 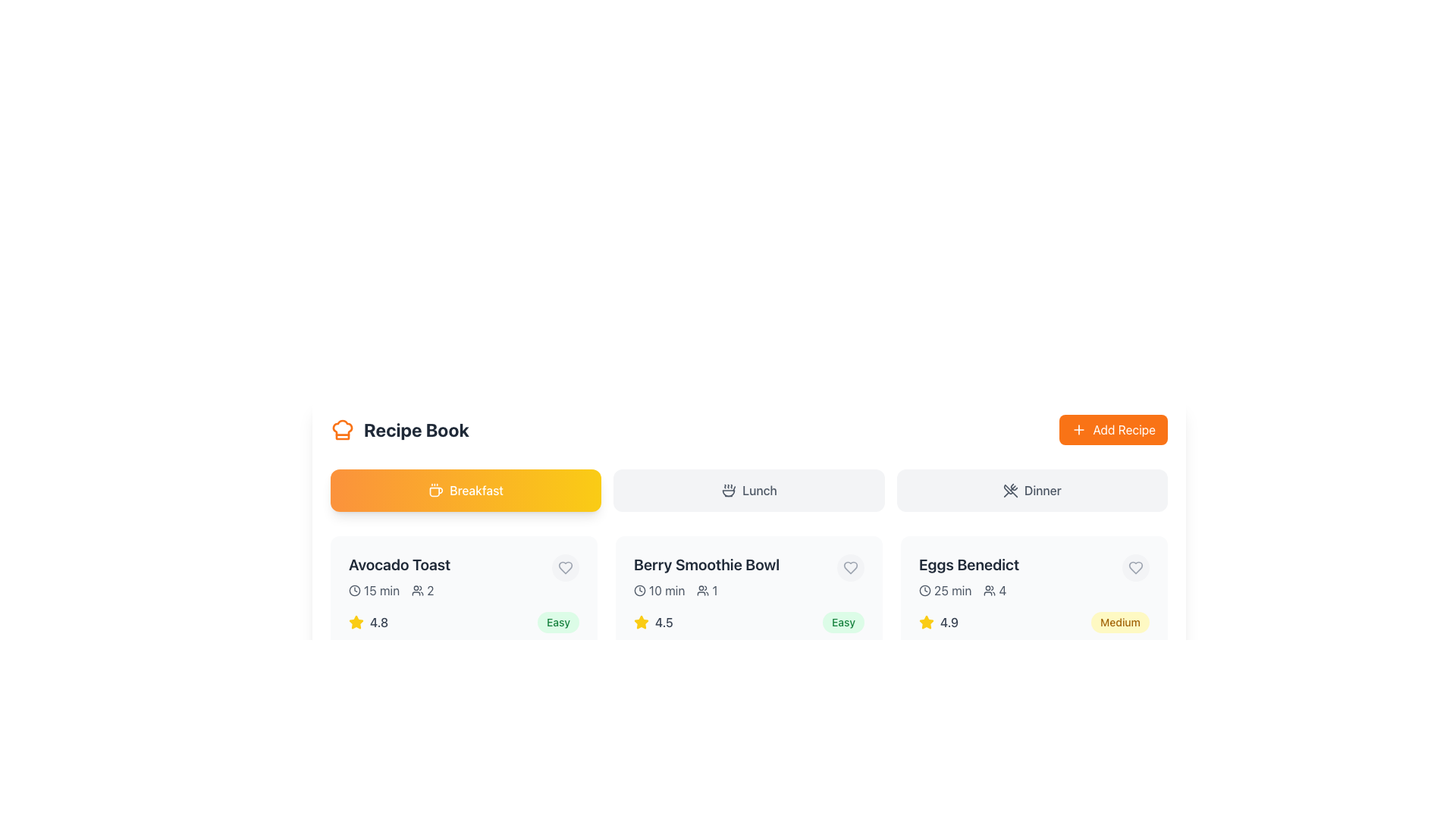 I want to click on assistive technologies, so click(x=356, y=623).